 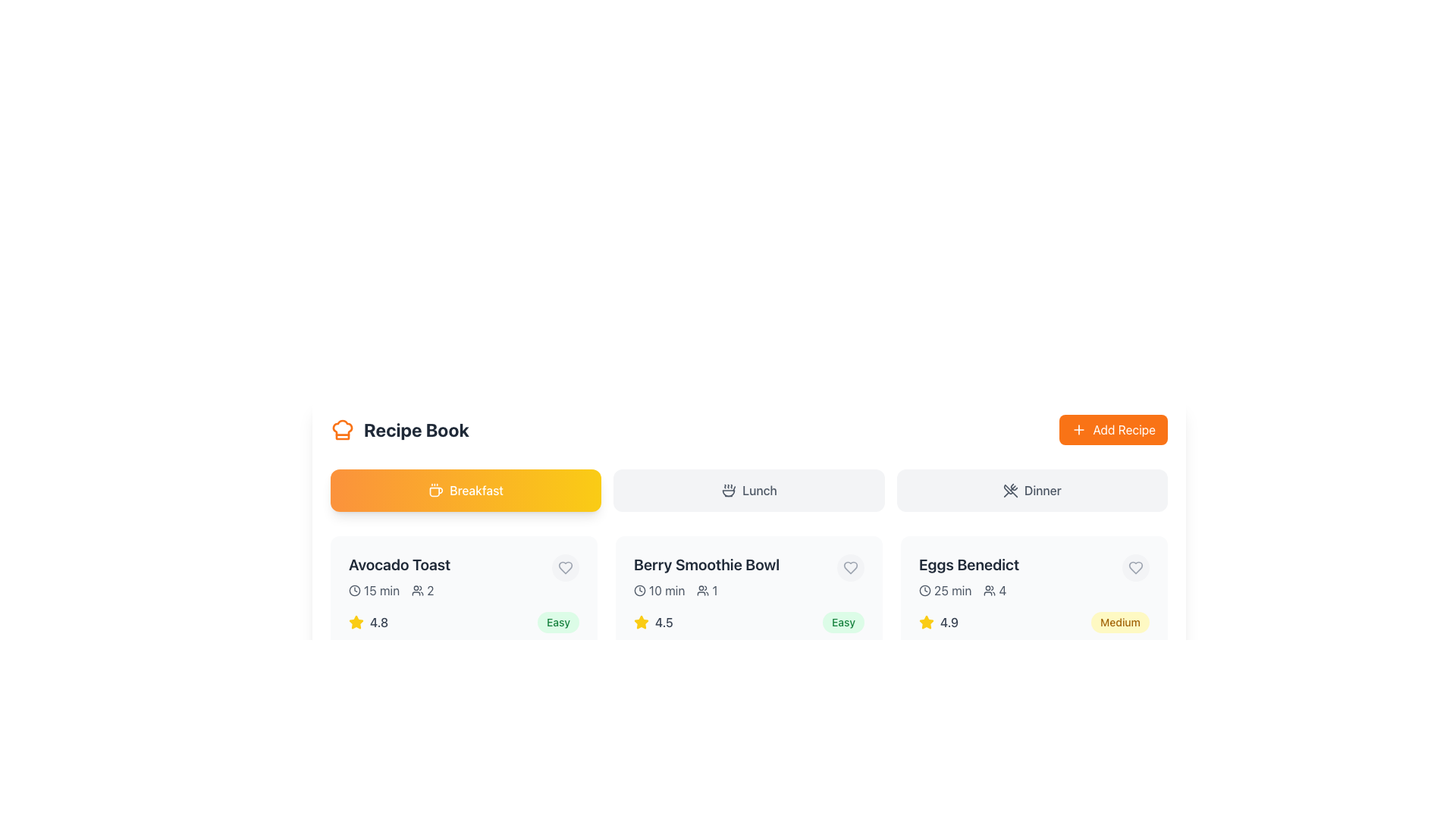 I want to click on assistive technologies, so click(x=356, y=623).